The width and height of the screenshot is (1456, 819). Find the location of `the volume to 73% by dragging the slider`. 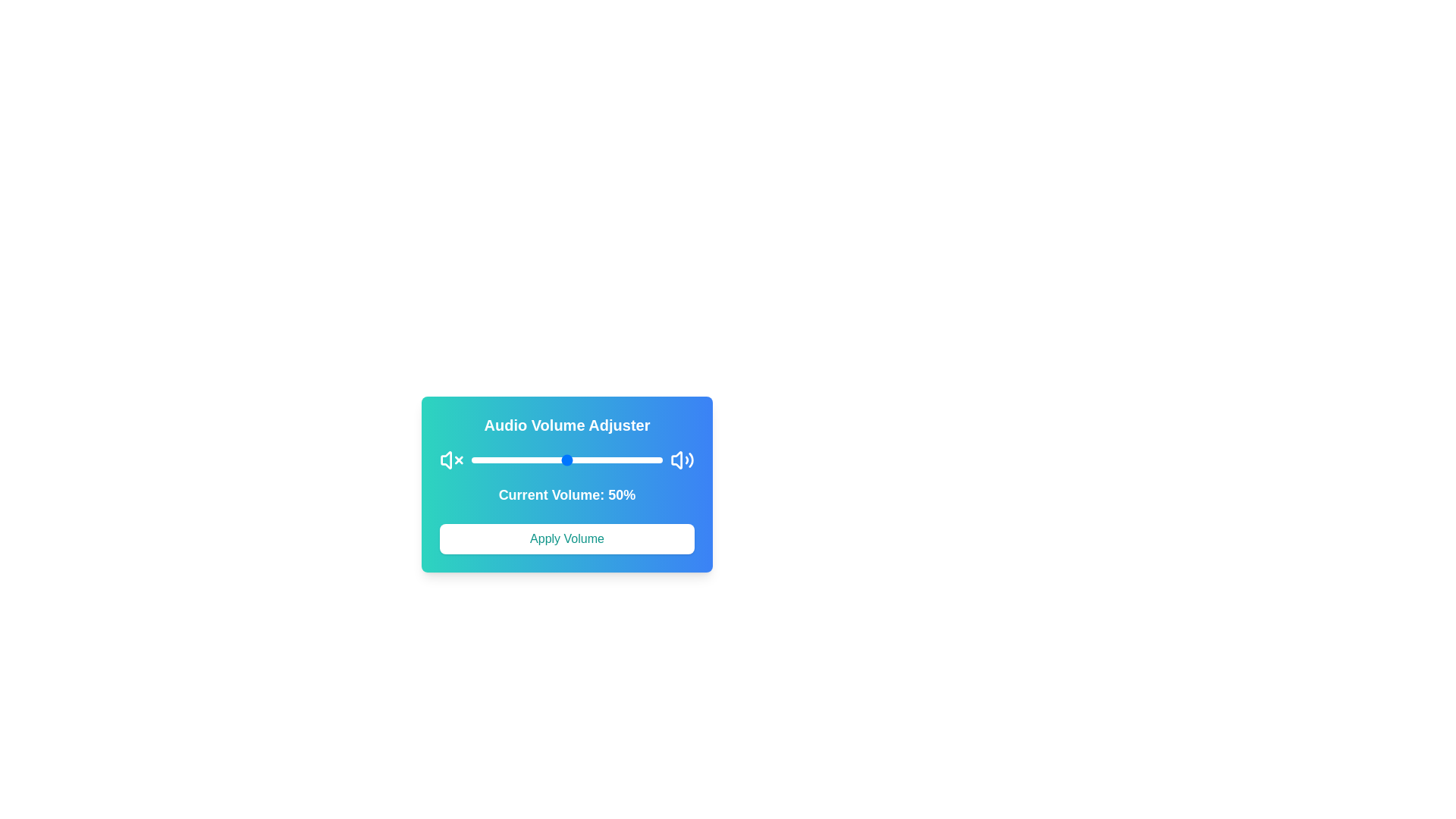

the volume to 73% by dragging the slider is located at coordinates (611, 459).